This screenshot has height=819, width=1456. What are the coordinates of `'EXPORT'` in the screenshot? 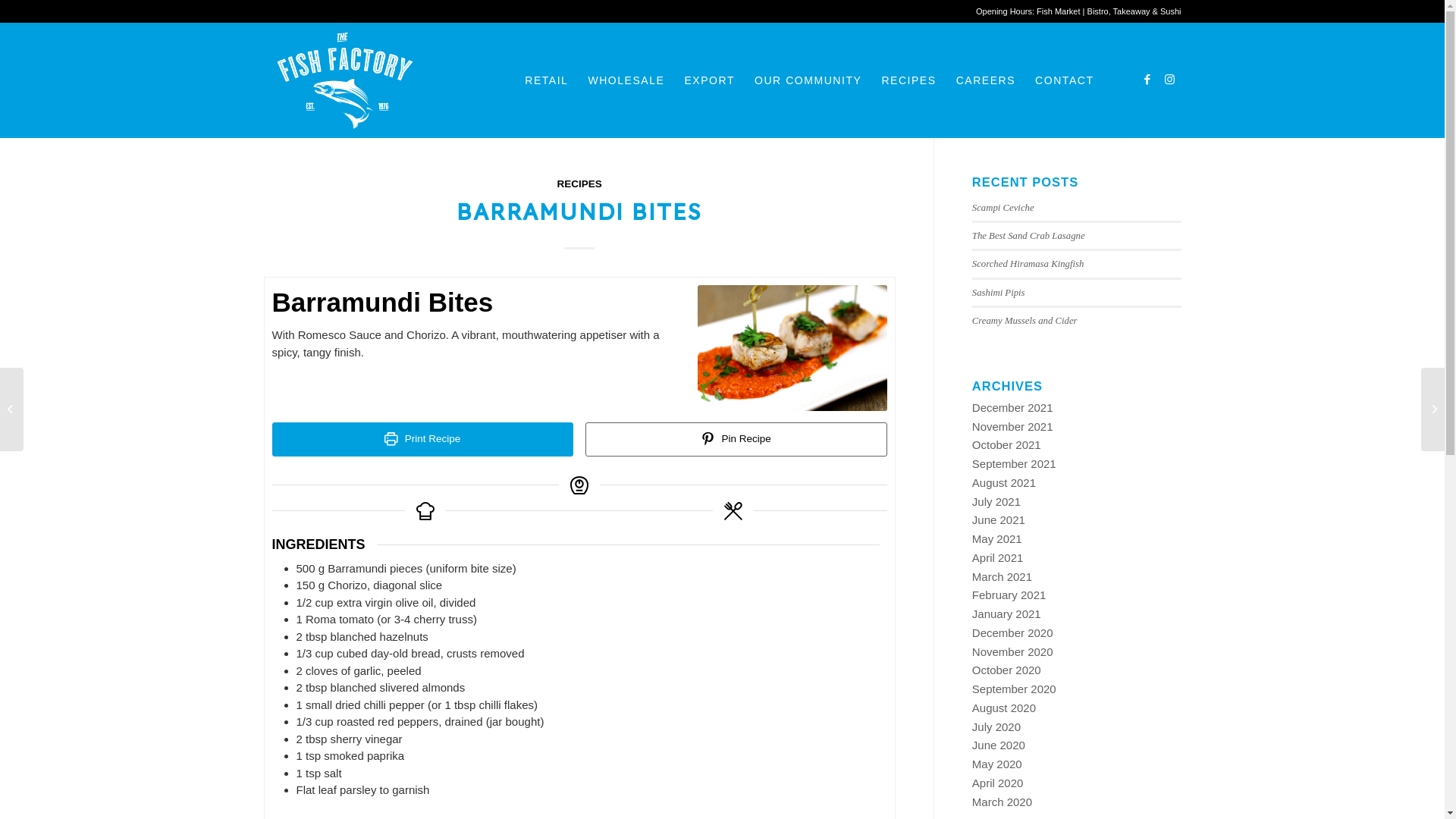 It's located at (708, 80).